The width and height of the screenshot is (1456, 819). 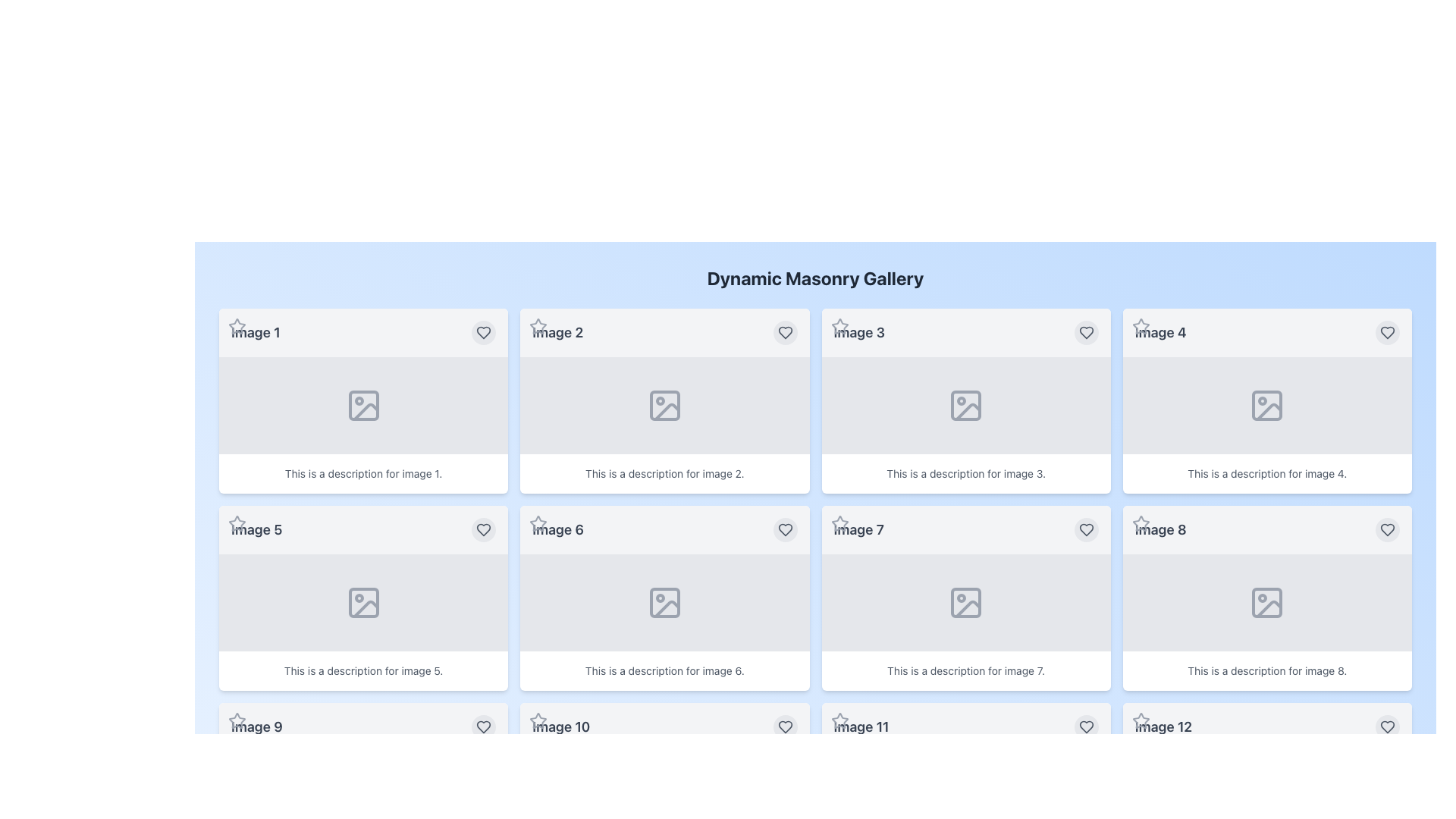 What do you see at coordinates (538, 522) in the screenshot?
I see `the star SVG icon located in the top-left corner of the card labeled 'Image 6' to mark it as a favorite` at bounding box center [538, 522].